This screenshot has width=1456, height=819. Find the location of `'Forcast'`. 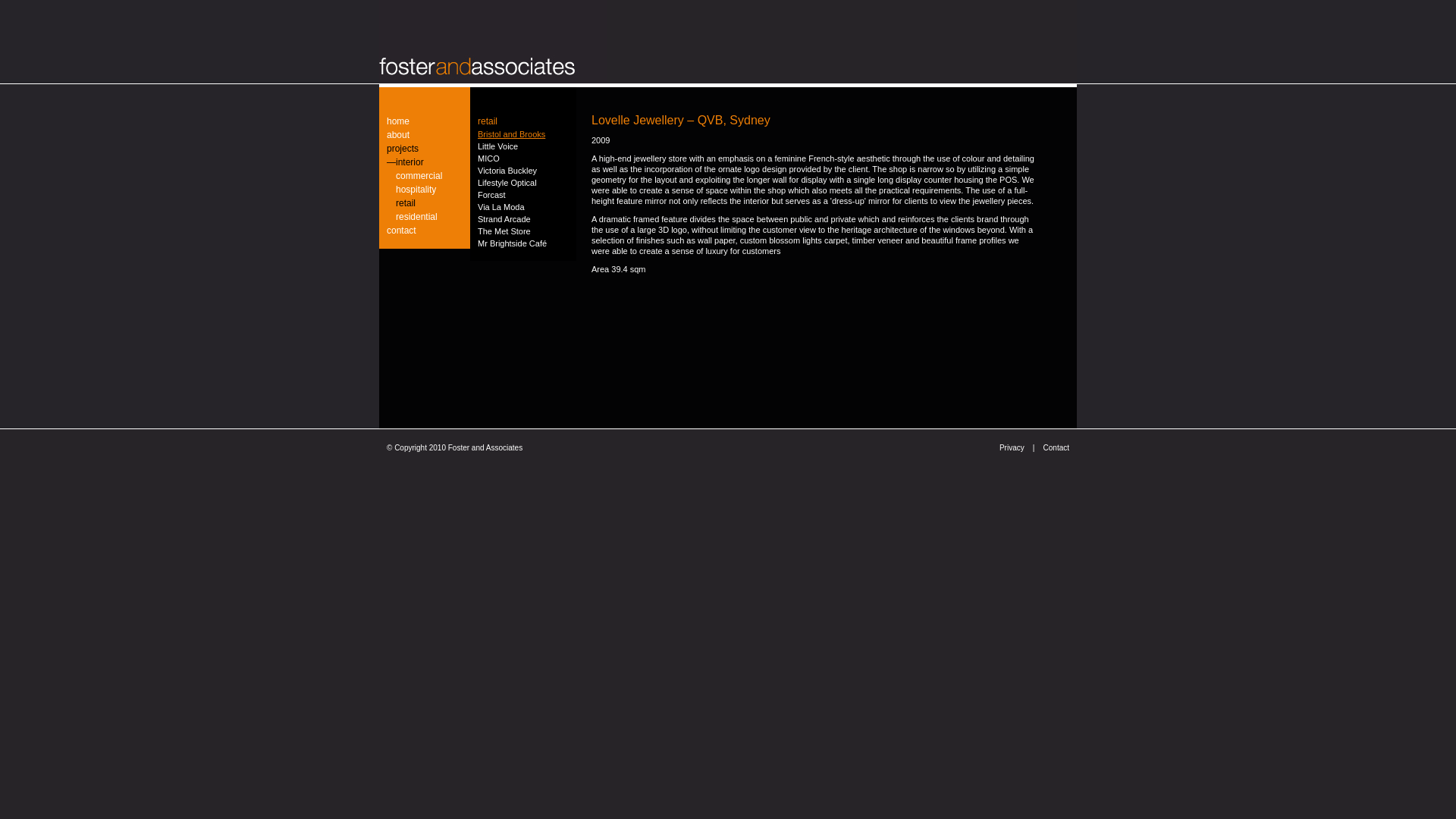

'Forcast' is located at coordinates (523, 194).